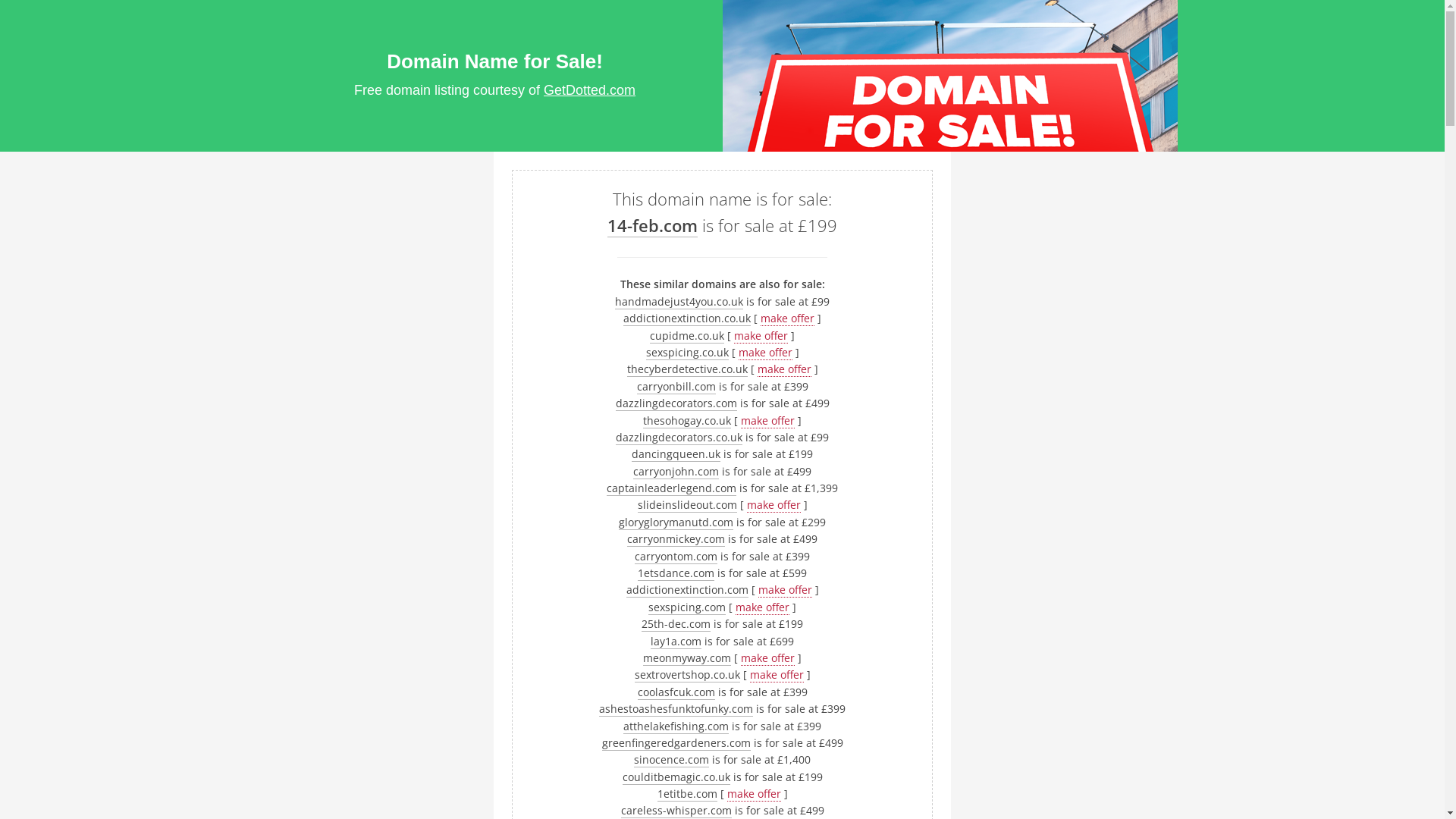 This screenshot has width=1456, height=819. Describe the element at coordinates (676, 742) in the screenshot. I see `'greenfingeredgardeners.com'` at that location.